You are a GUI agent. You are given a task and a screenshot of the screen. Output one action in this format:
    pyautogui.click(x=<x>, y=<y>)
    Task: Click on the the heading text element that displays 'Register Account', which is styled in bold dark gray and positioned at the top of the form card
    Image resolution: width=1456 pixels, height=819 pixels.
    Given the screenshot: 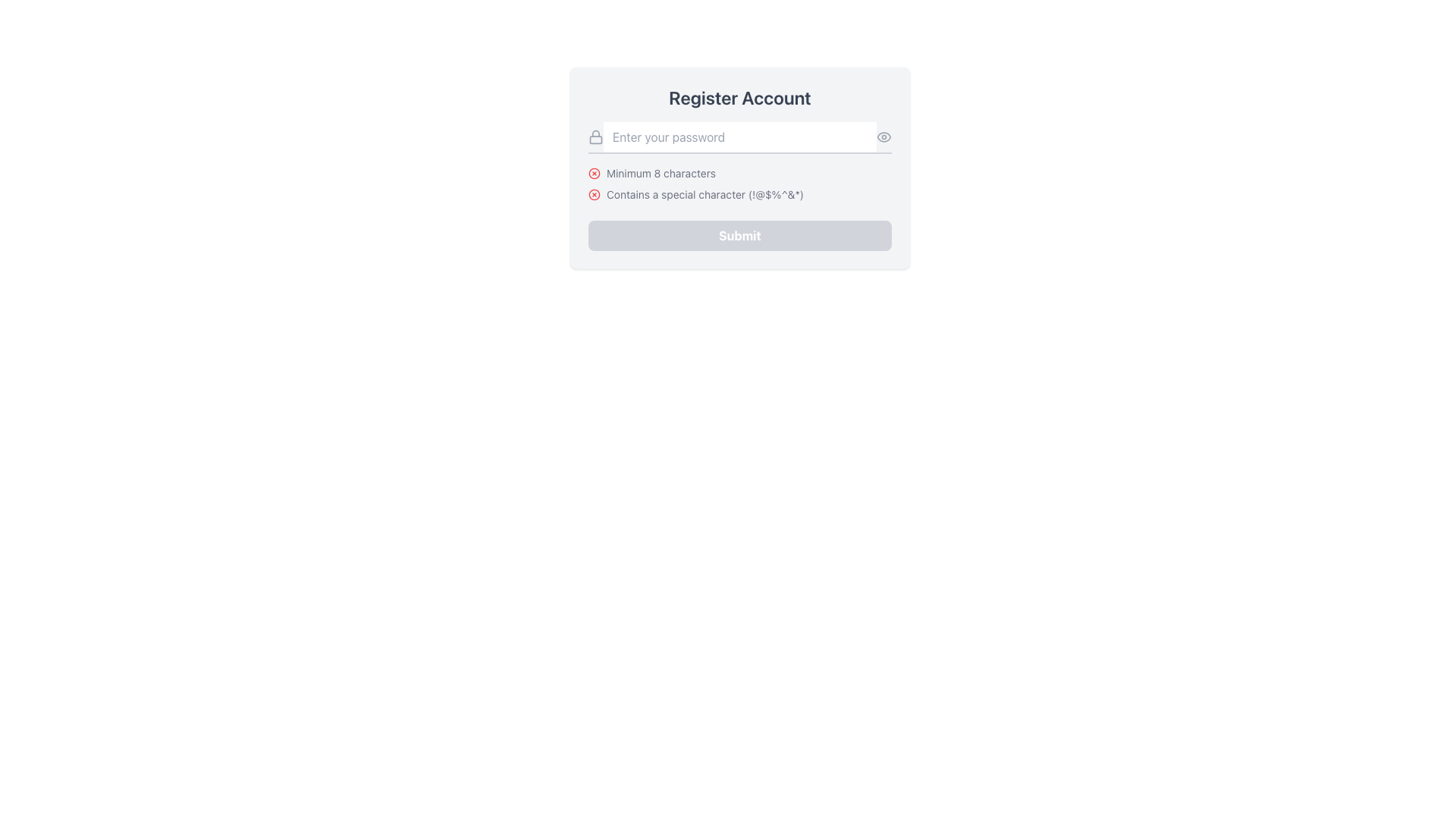 What is the action you would take?
    pyautogui.click(x=739, y=97)
    